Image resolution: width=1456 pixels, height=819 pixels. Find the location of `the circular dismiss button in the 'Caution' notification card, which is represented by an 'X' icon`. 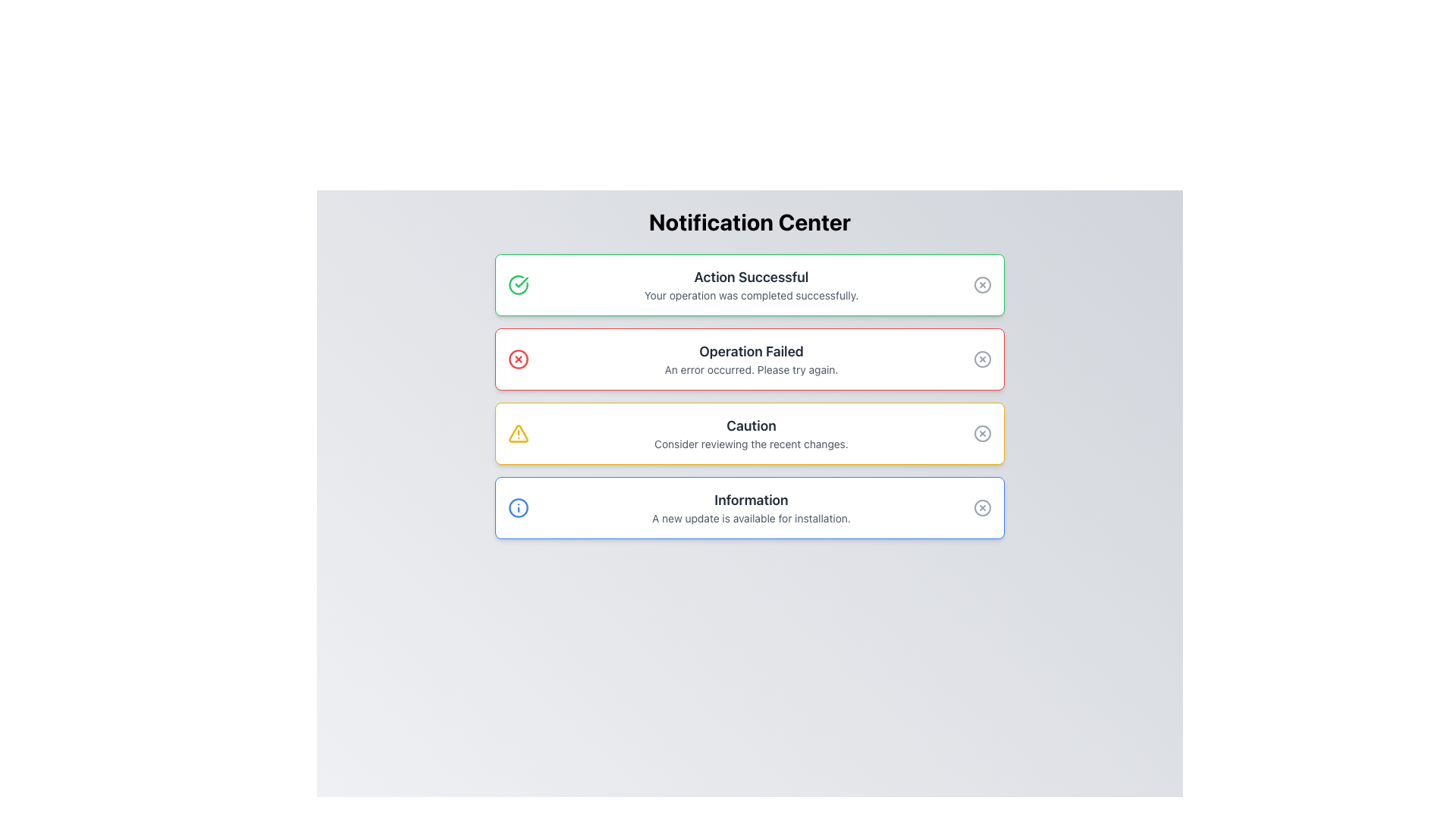

the circular dismiss button in the 'Caution' notification card, which is represented by an 'X' icon is located at coordinates (983, 433).